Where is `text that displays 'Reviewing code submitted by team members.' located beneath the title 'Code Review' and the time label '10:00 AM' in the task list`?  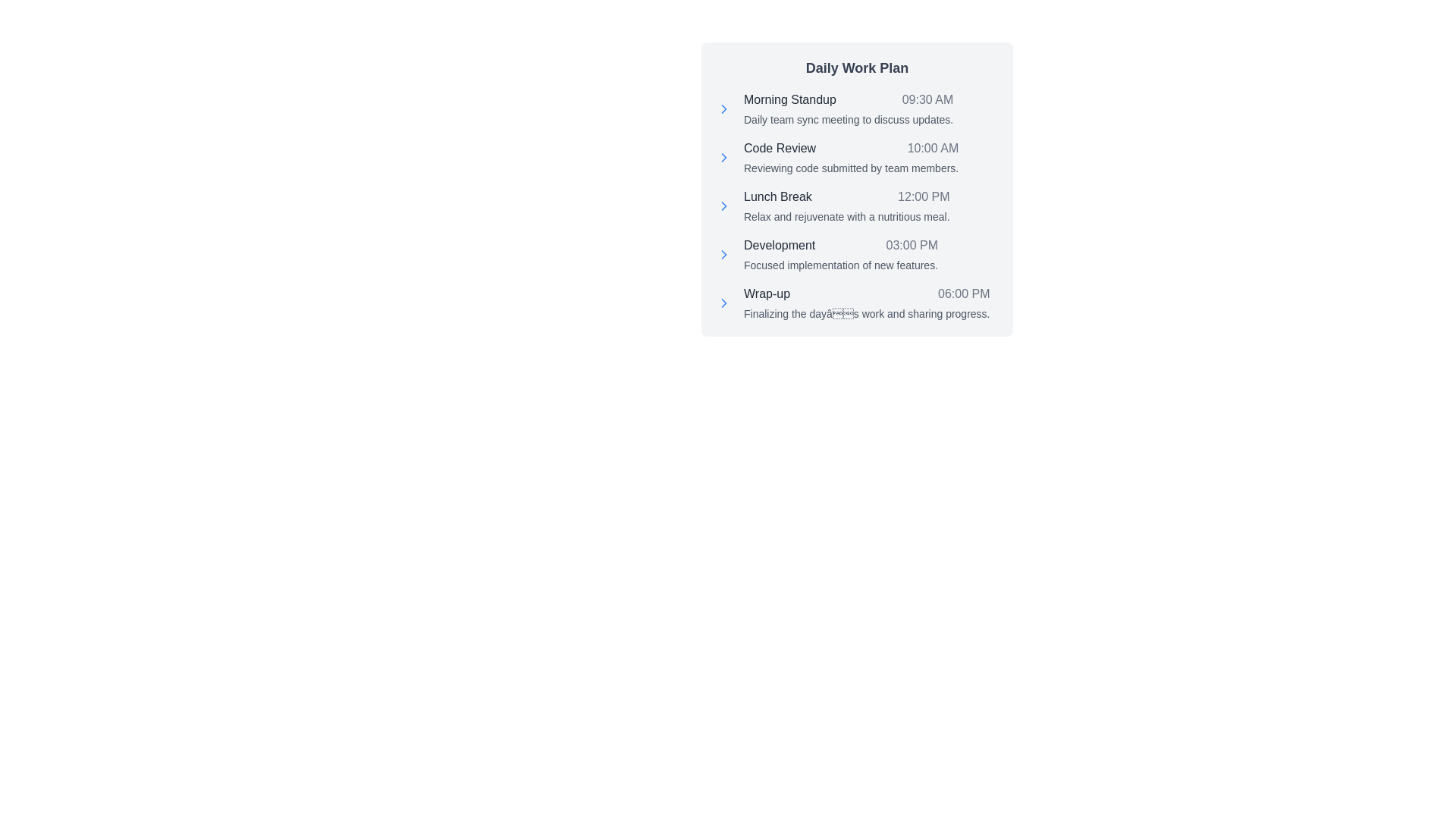
text that displays 'Reviewing code submitted by team members.' located beneath the title 'Code Review' and the time label '10:00 AM' in the task list is located at coordinates (851, 168).